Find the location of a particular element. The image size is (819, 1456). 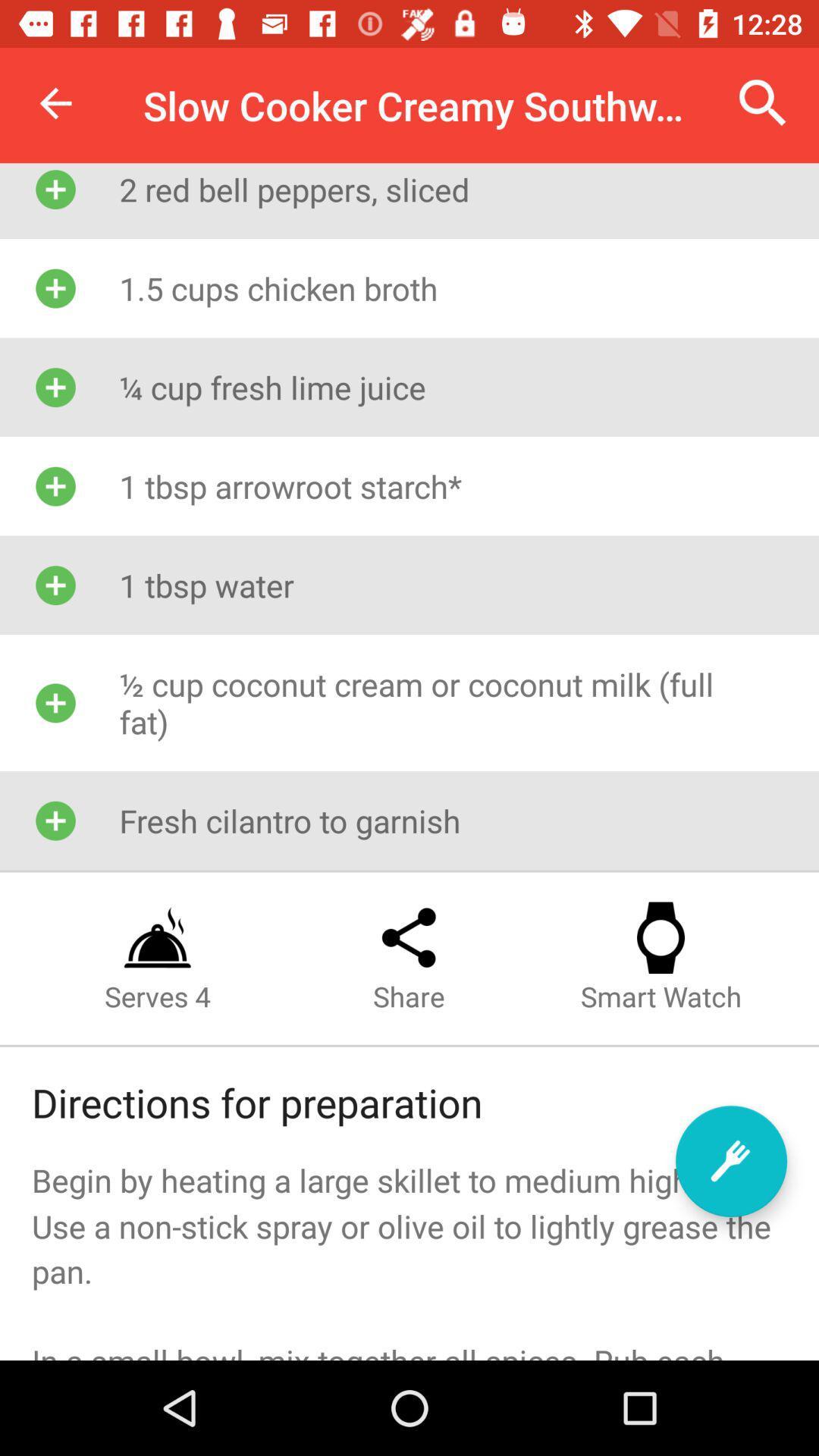

the item to the right of the slow cooker creamy icon is located at coordinates (763, 102).